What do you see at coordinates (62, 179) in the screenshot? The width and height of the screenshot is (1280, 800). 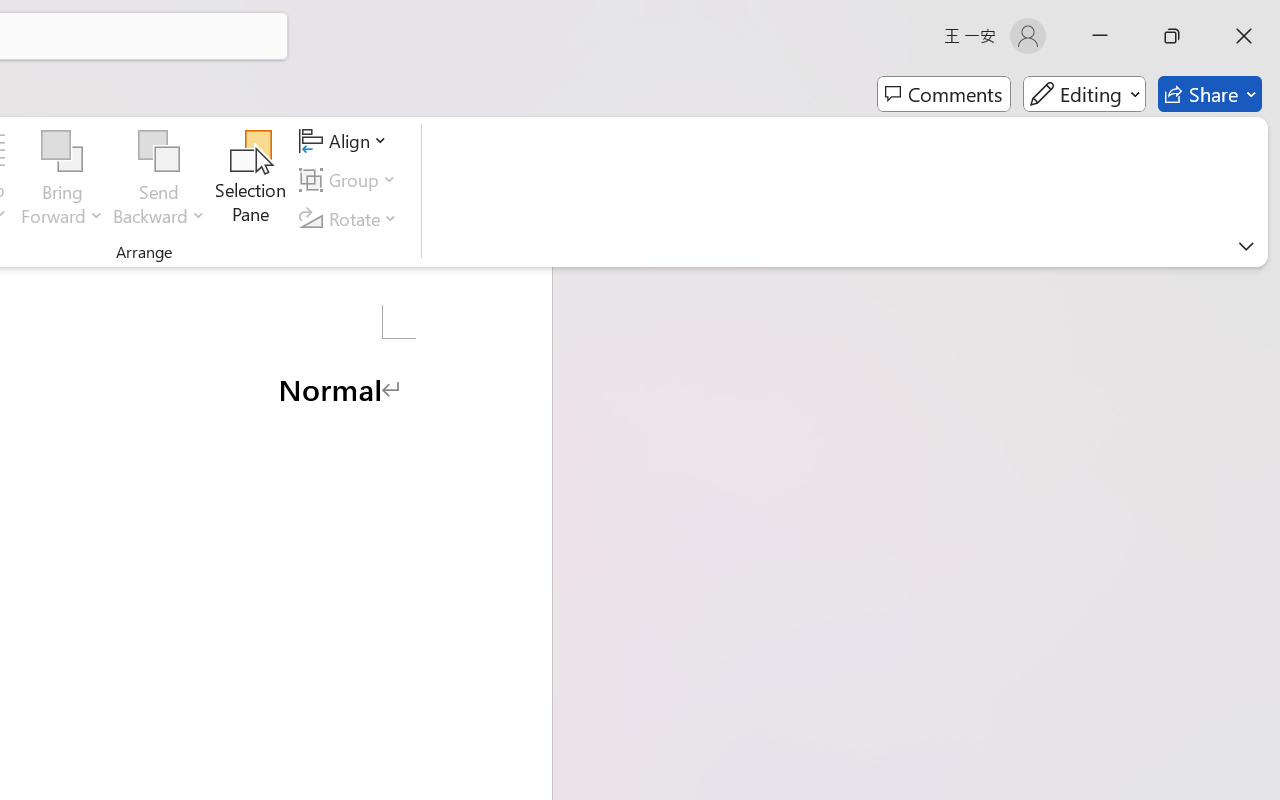 I see `'Bring Forward'` at bounding box center [62, 179].